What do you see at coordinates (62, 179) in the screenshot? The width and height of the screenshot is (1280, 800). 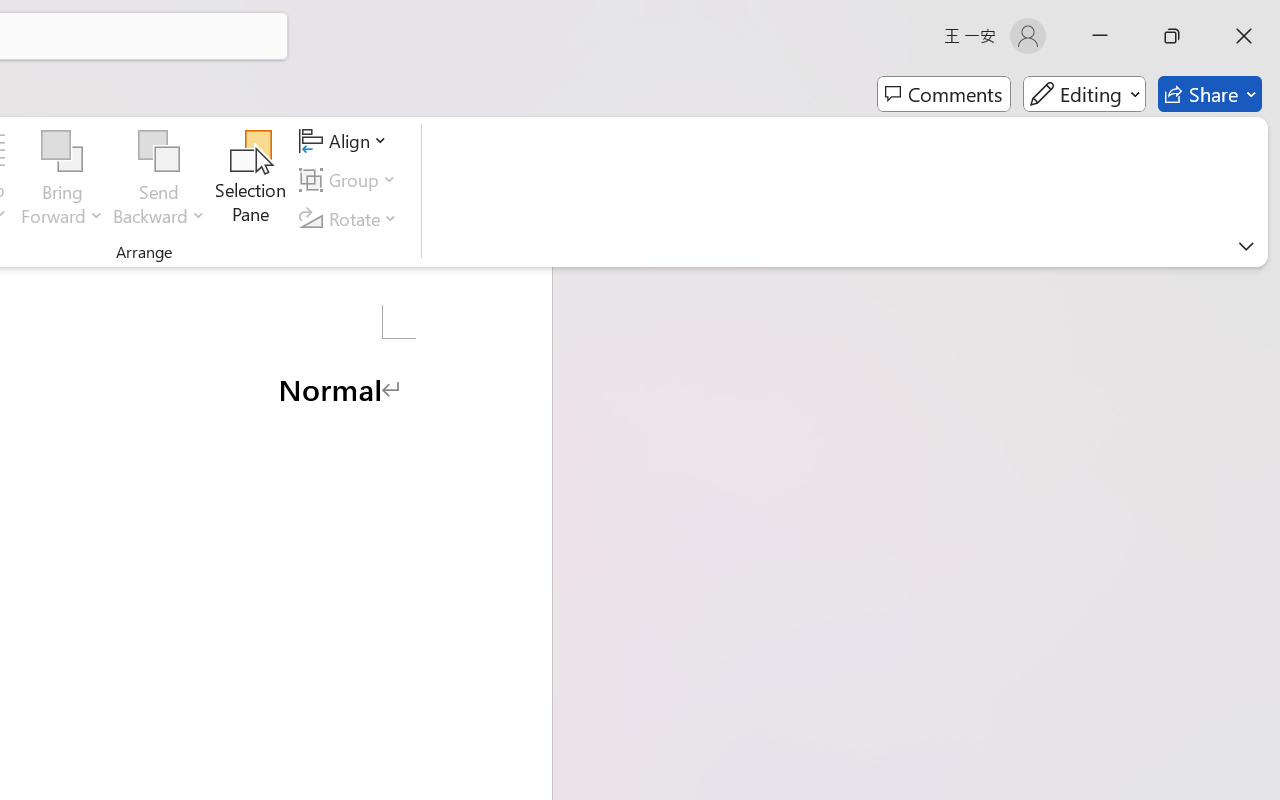 I see `'Bring Forward'` at bounding box center [62, 179].